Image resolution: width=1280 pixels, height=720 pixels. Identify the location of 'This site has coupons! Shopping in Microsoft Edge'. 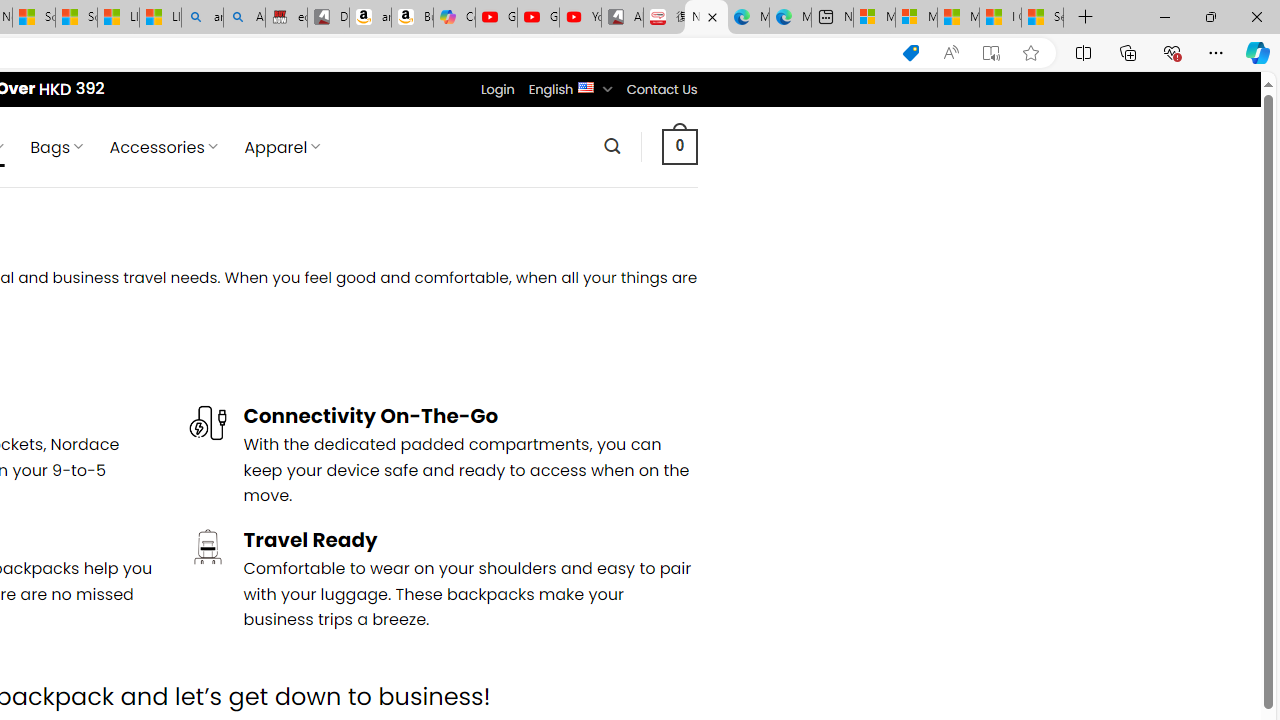
(909, 52).